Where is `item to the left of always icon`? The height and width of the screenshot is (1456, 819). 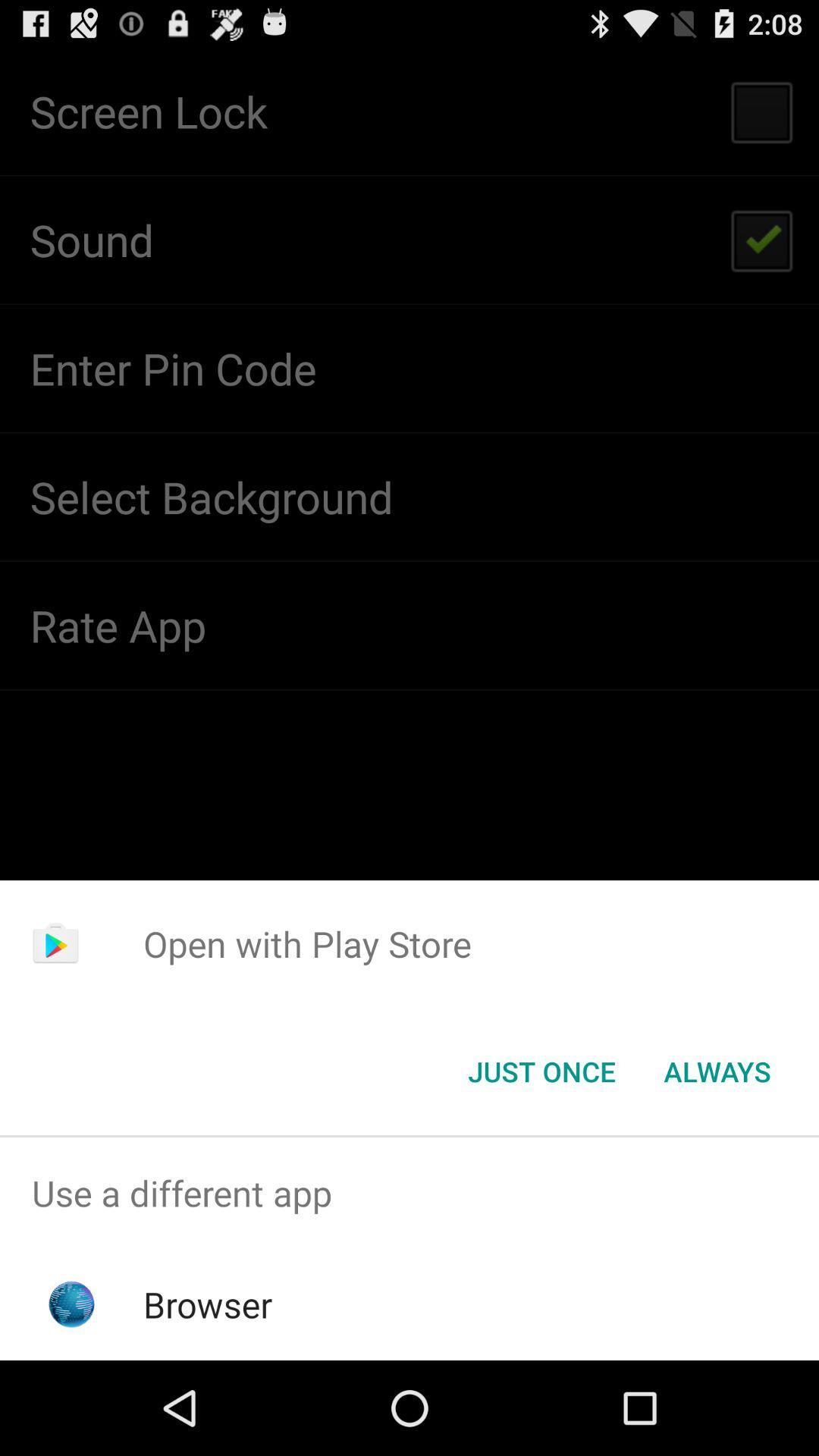 item to the left of always icon is located at coordinates (541, 1070).